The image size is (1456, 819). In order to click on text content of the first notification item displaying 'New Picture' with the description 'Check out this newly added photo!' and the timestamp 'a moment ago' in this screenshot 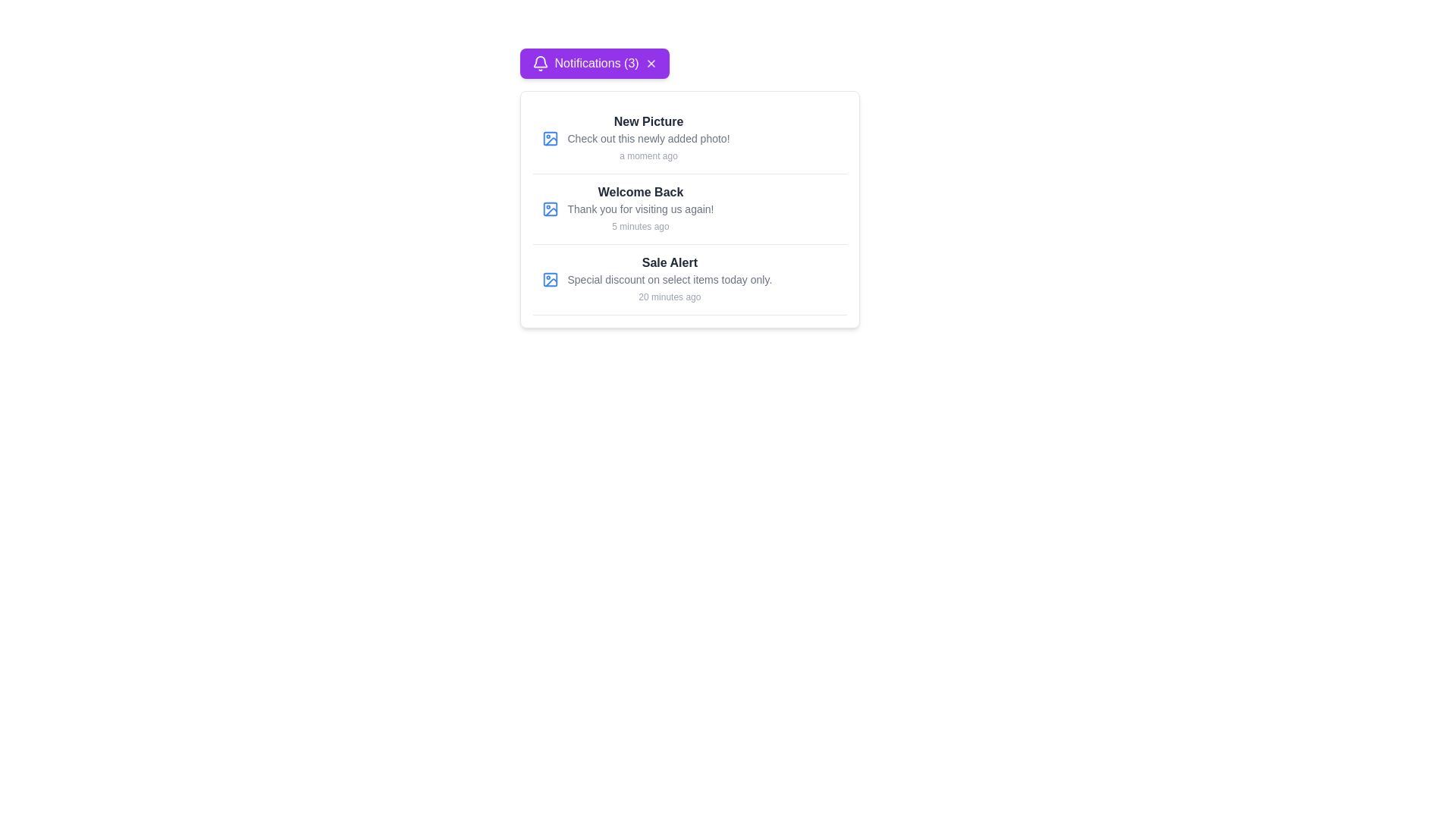, I will do `click(689, 139)`.